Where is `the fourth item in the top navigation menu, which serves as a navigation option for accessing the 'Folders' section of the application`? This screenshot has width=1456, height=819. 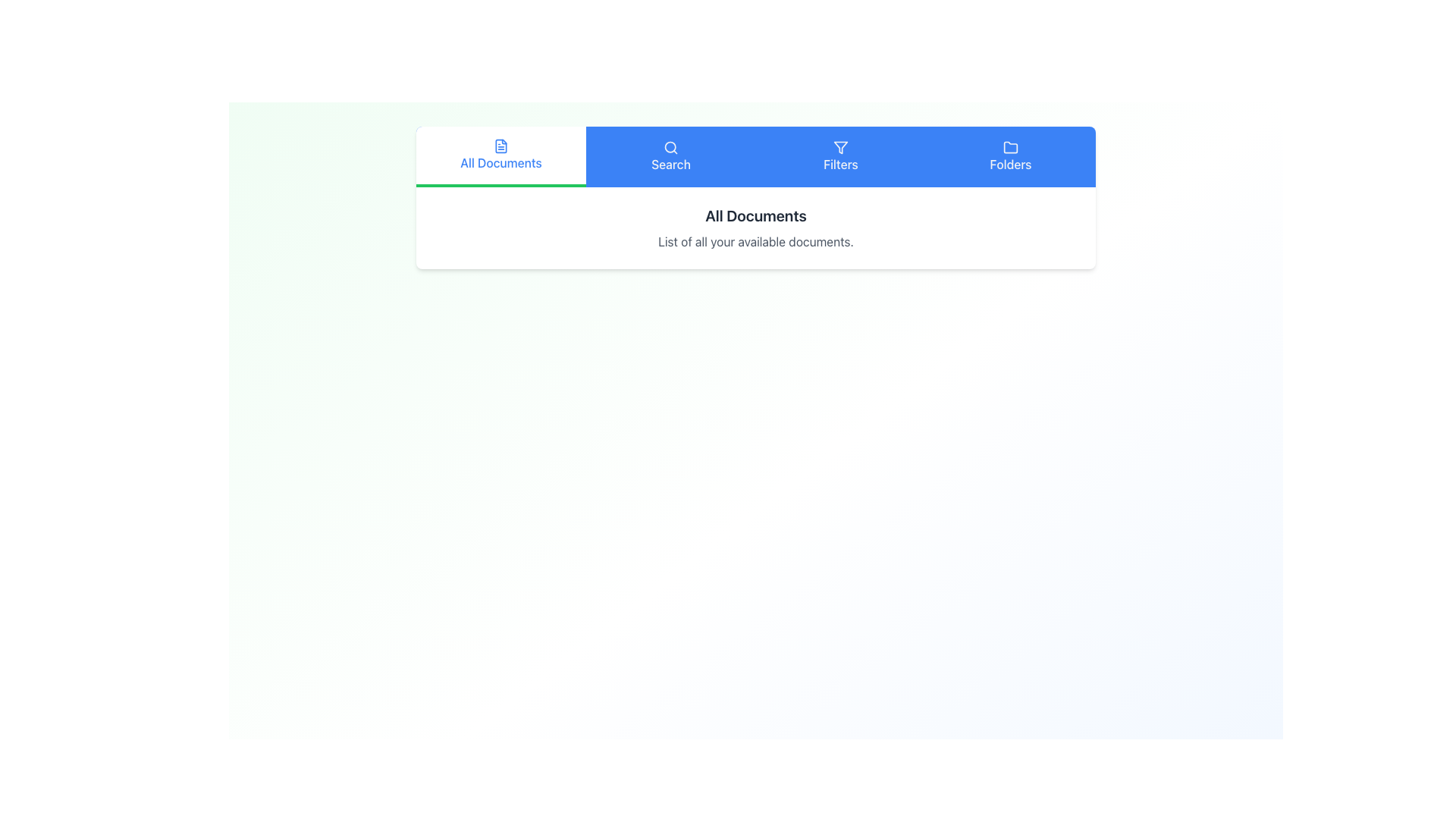
the fourth item in the top navigation menu, which serves as a navigation option for accessing the 'Folders' section of the application is located at coordinates (1011, 157).